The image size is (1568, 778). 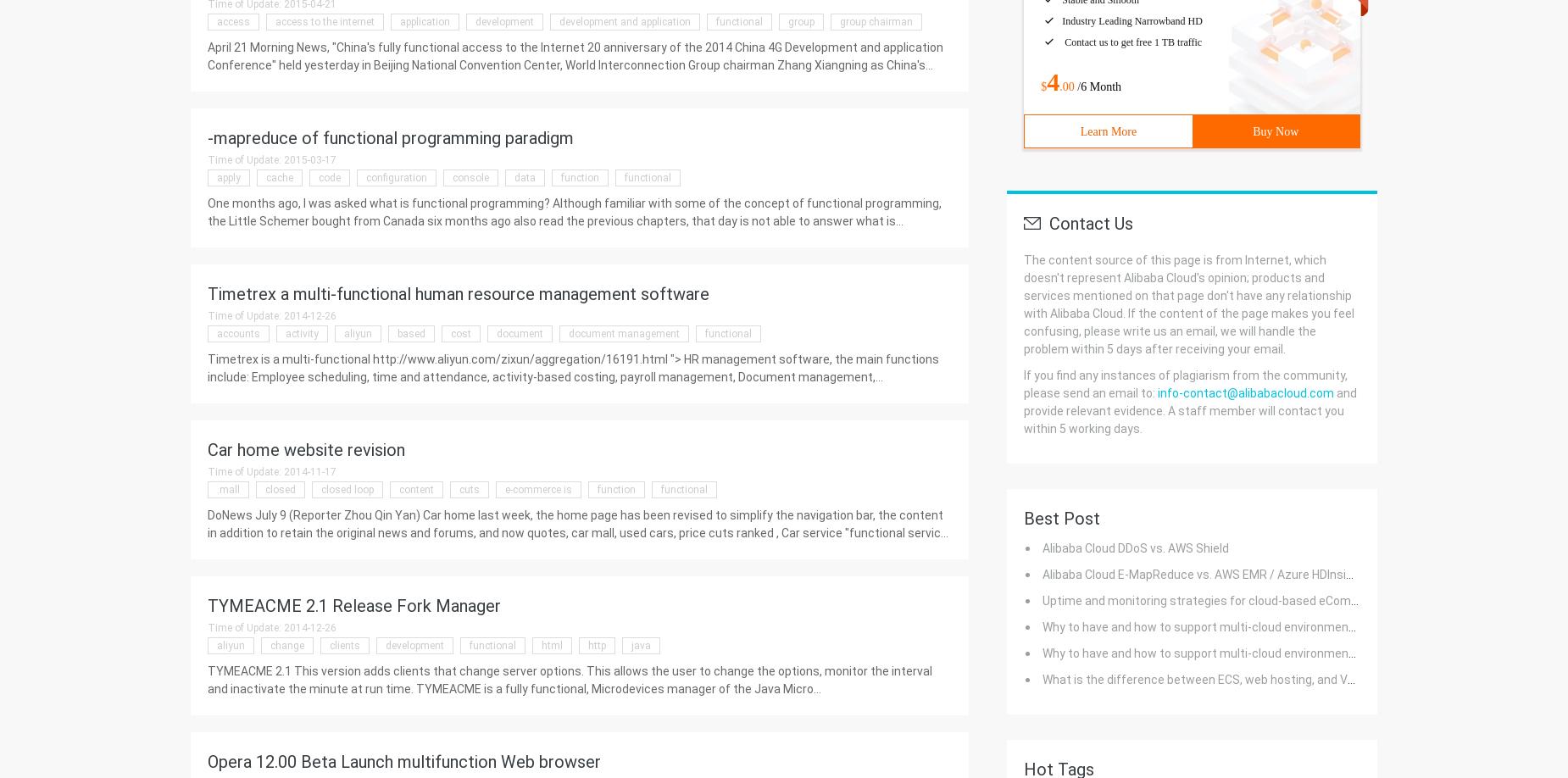 I want to click on 'change', so click(x=286, y=645).